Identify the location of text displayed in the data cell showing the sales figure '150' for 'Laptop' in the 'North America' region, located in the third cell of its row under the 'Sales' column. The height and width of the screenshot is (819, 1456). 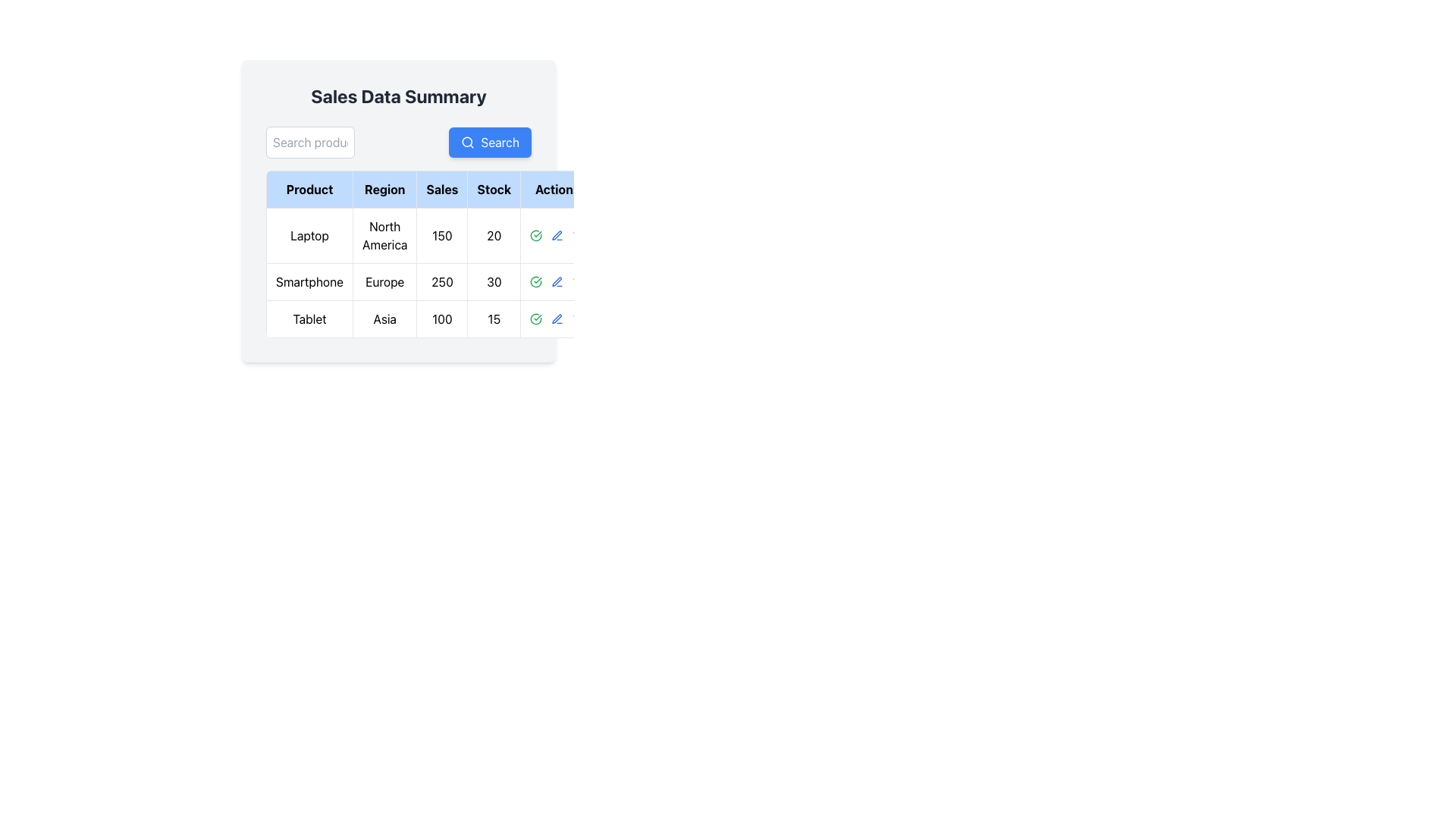
(441, 236).